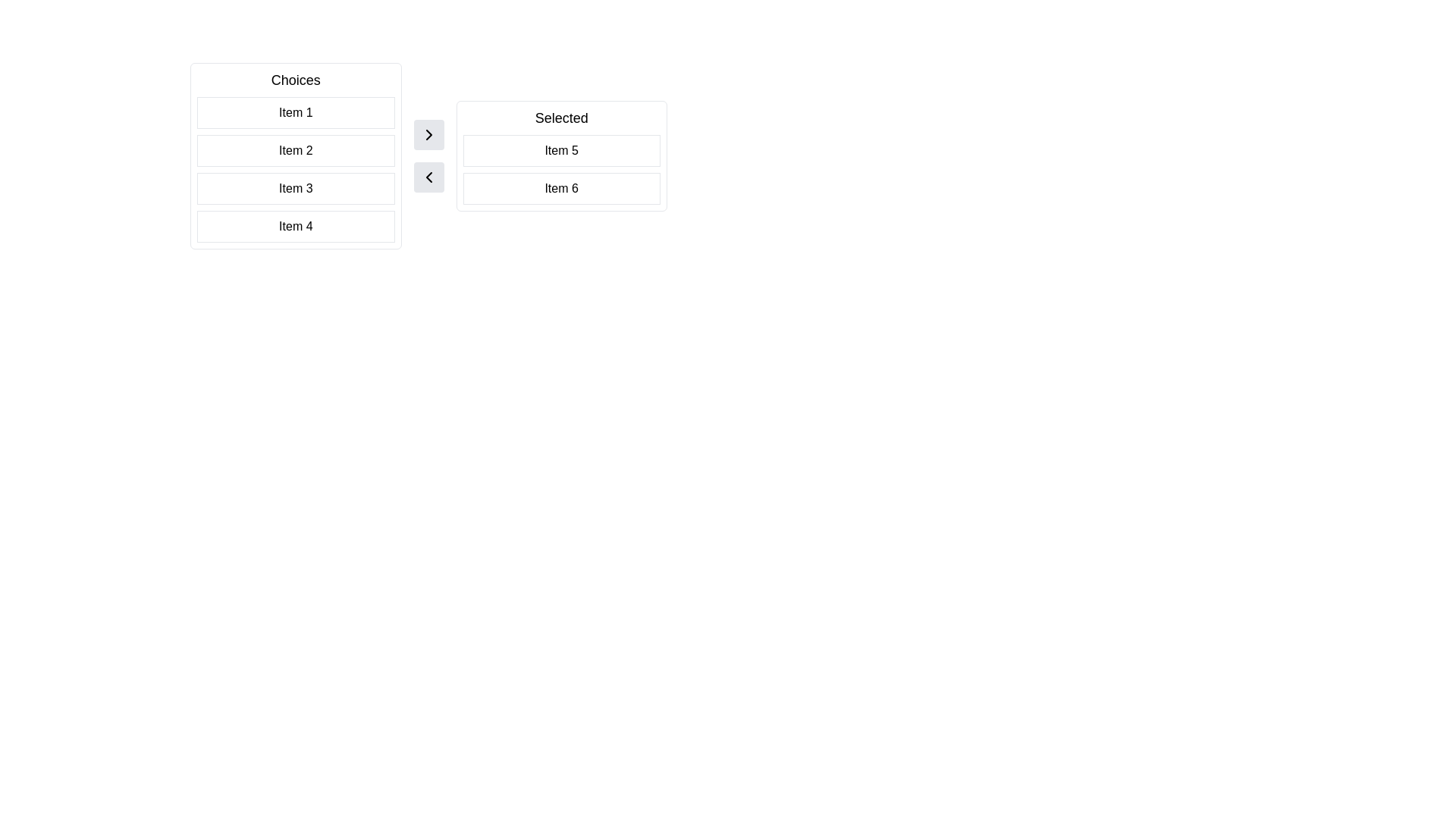 This screenshot has height=819, width=1456. Describe the element at coordinates (428, 177) in the screenshot. I see `the navigation icon within the interactive button to shift from the 'Selected' column back to the 'Choices' column` at that location.